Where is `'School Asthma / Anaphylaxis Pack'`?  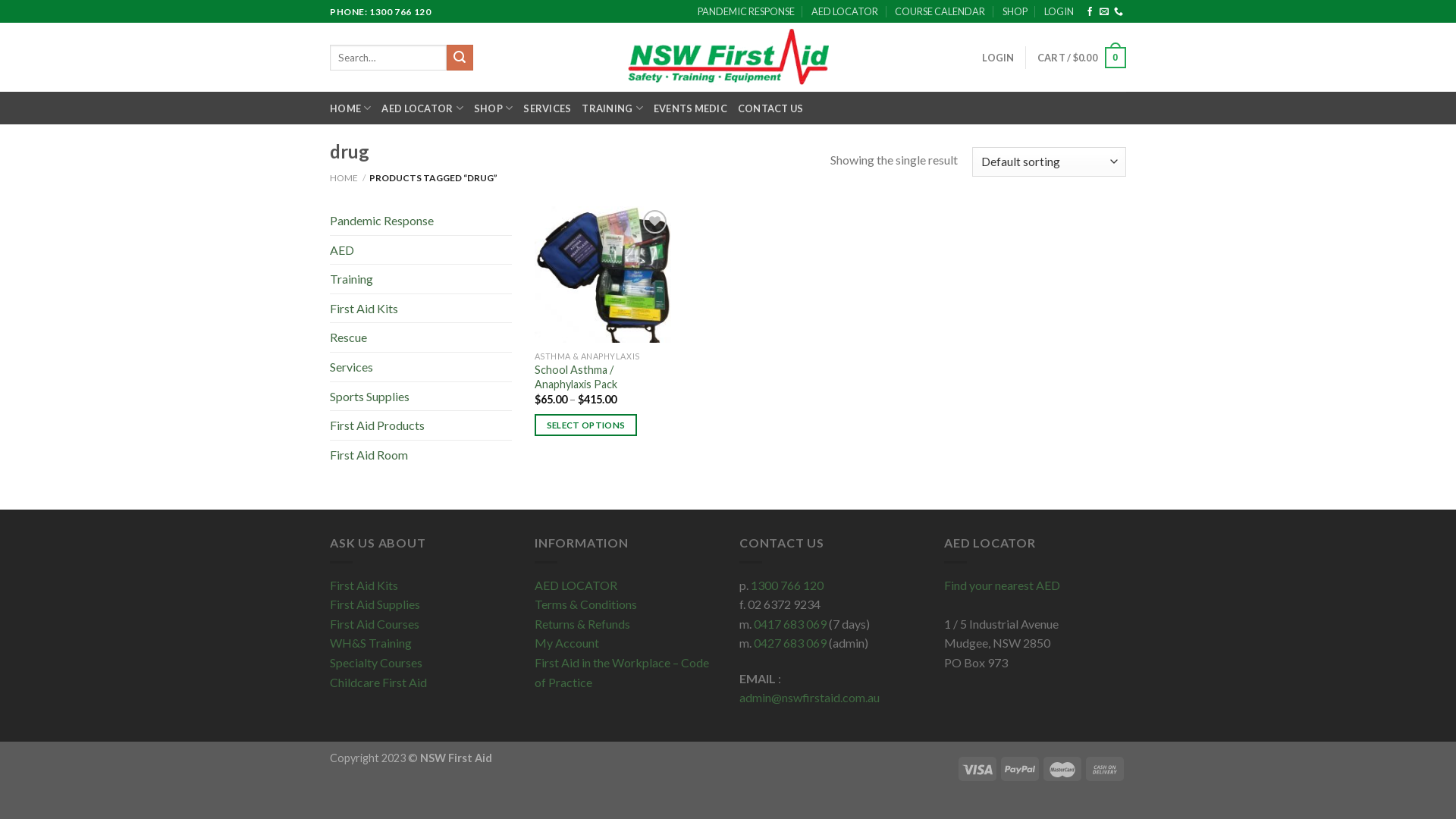 'School Asthma / Anaphylaxis Pack' is located at coordinates (596, 376).